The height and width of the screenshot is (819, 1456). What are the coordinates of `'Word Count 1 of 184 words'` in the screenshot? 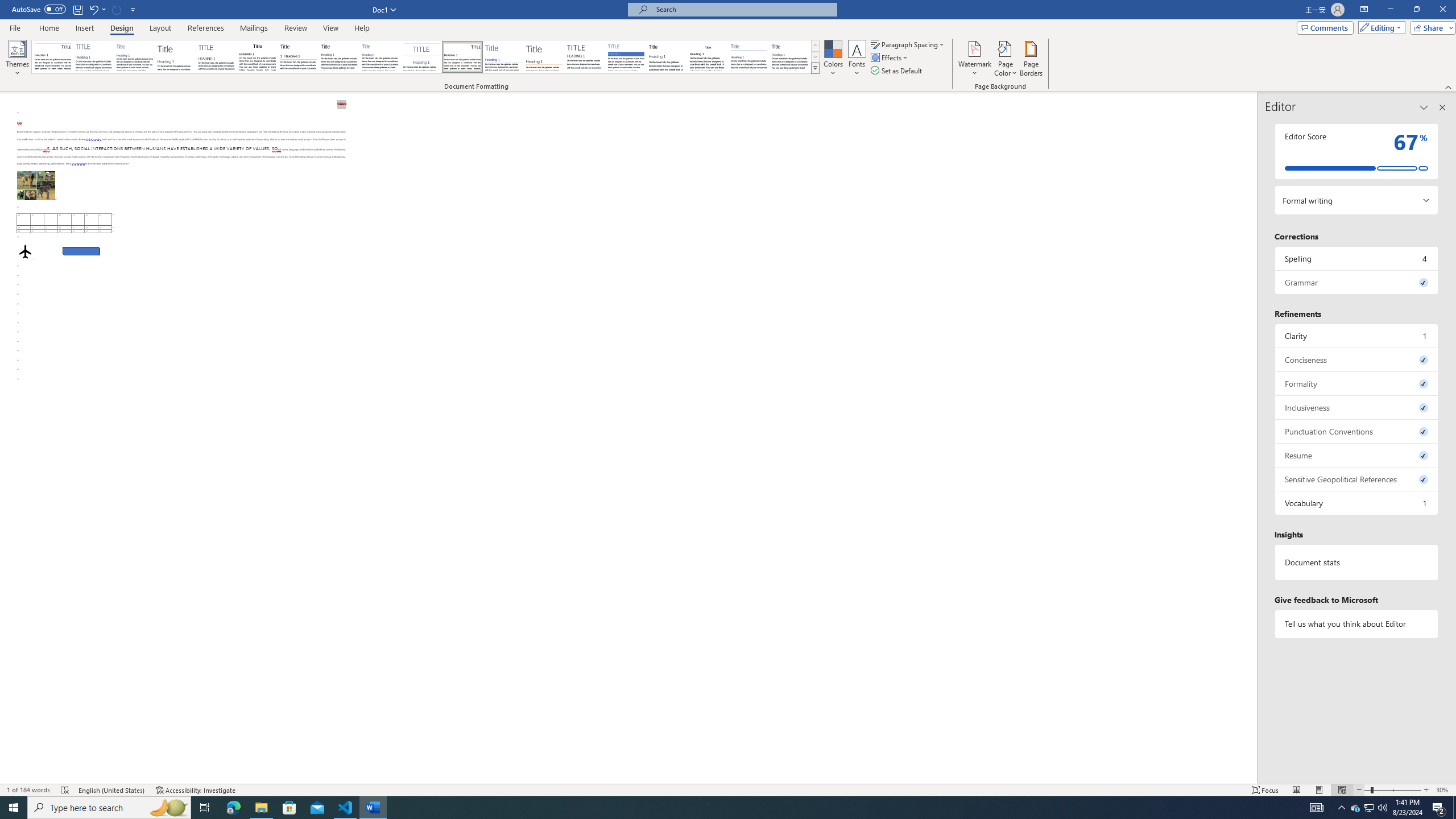 It's located at (28, 790).